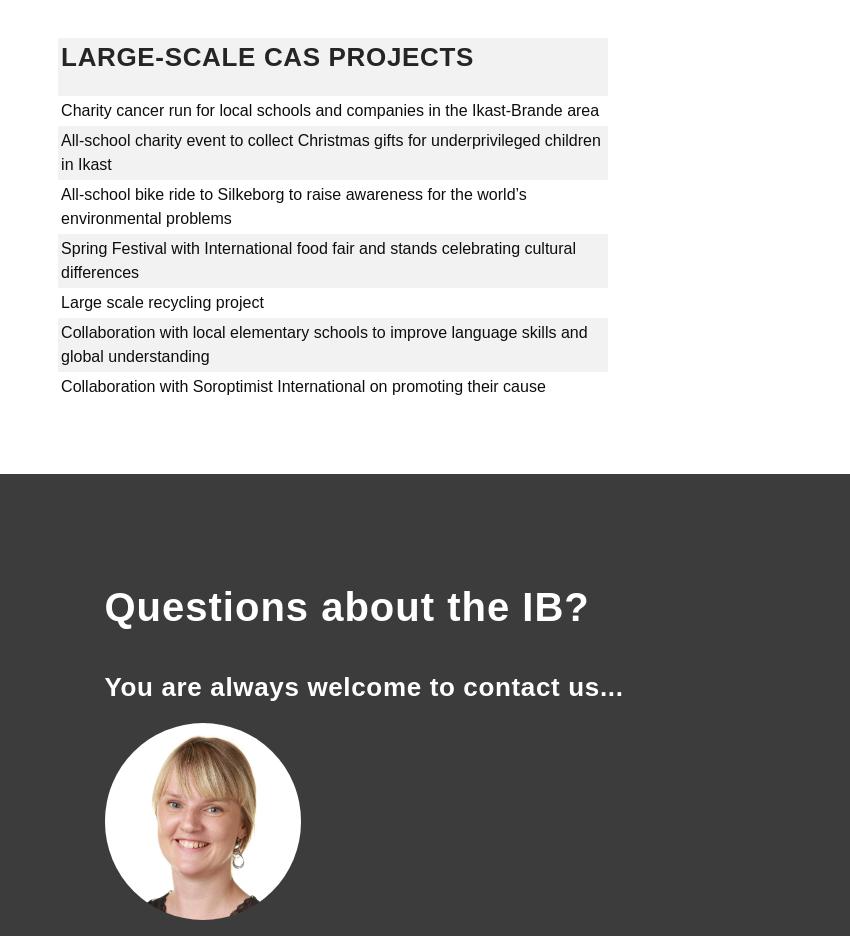  What do you see at coordinates (266, 57) in the screenshot?
I see `'LARGE-SCALE CAS PROJECTS'` at bounding box center [266, 57].